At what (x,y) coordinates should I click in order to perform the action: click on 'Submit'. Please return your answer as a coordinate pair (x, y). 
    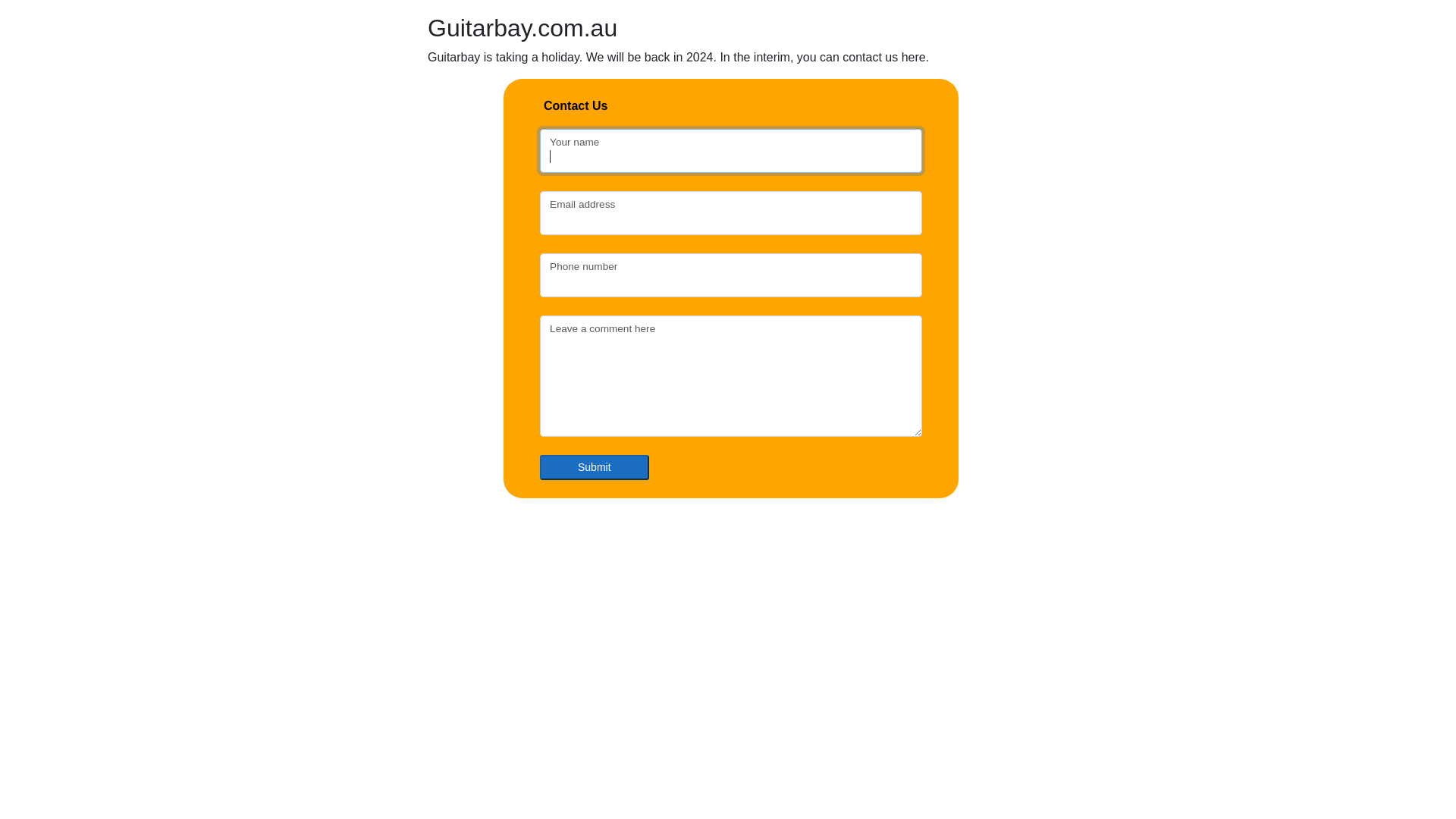
    Looking at the image, I should click on (593, 466).